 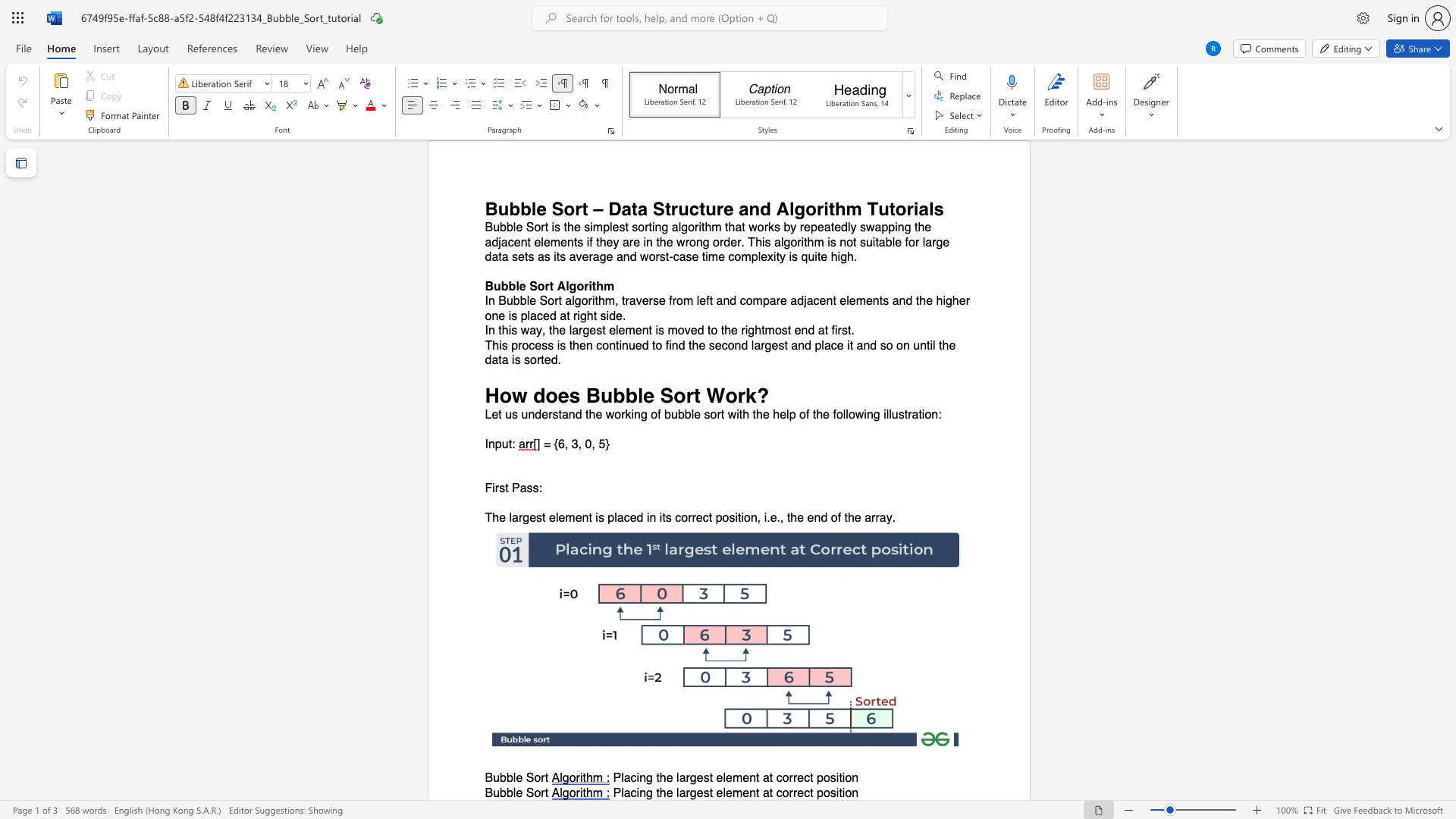 What do you see at coordinates (789, 792) in the screenshot?
I see `the subset text "rrect position" within the text "Placing the largest element at correct position"` at bounding box center [789, 792].